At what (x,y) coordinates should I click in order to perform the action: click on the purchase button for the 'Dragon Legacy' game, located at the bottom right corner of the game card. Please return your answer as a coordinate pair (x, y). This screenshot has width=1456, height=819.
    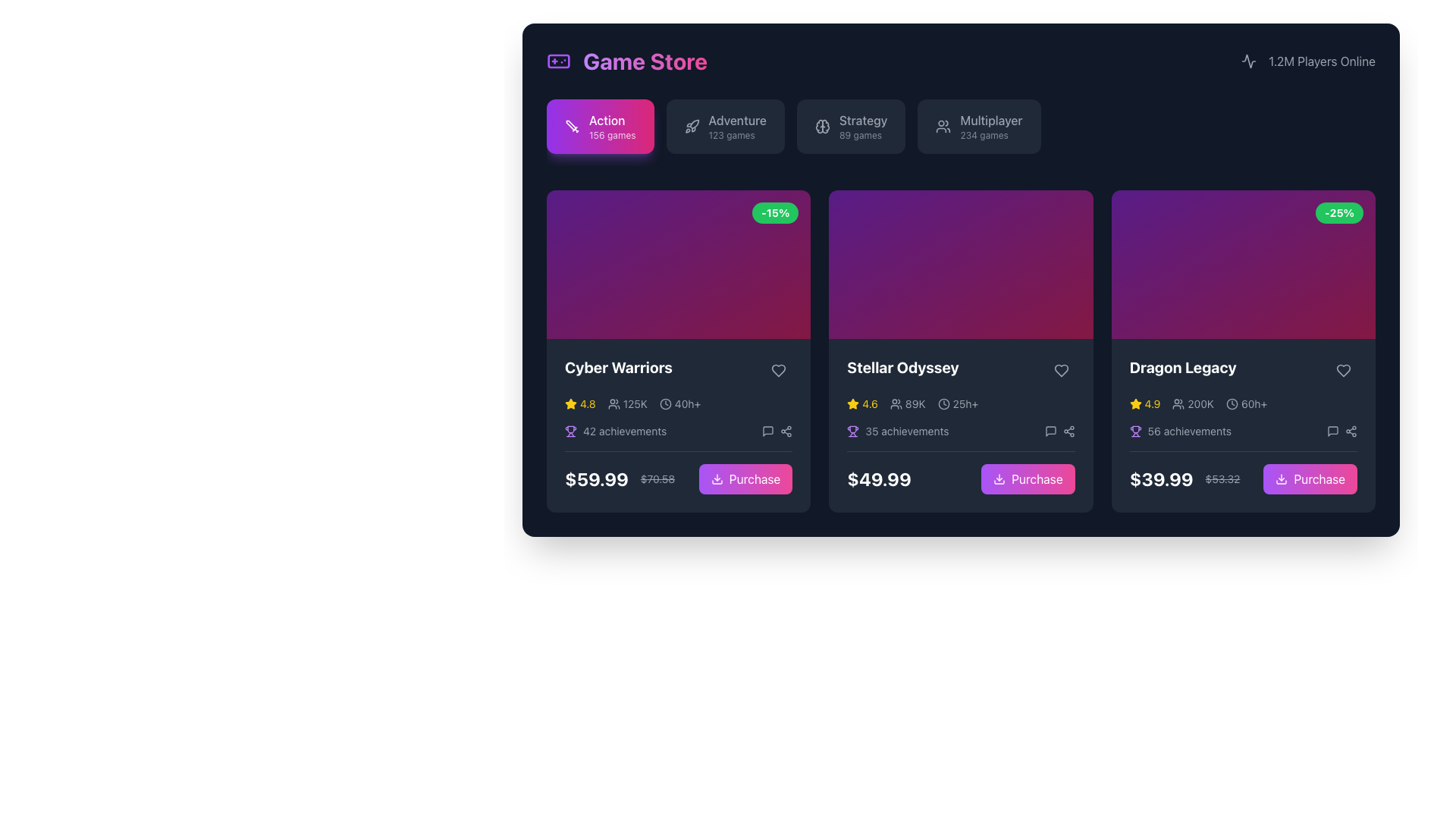
    Looking at the image, I should click on (1243, 472).